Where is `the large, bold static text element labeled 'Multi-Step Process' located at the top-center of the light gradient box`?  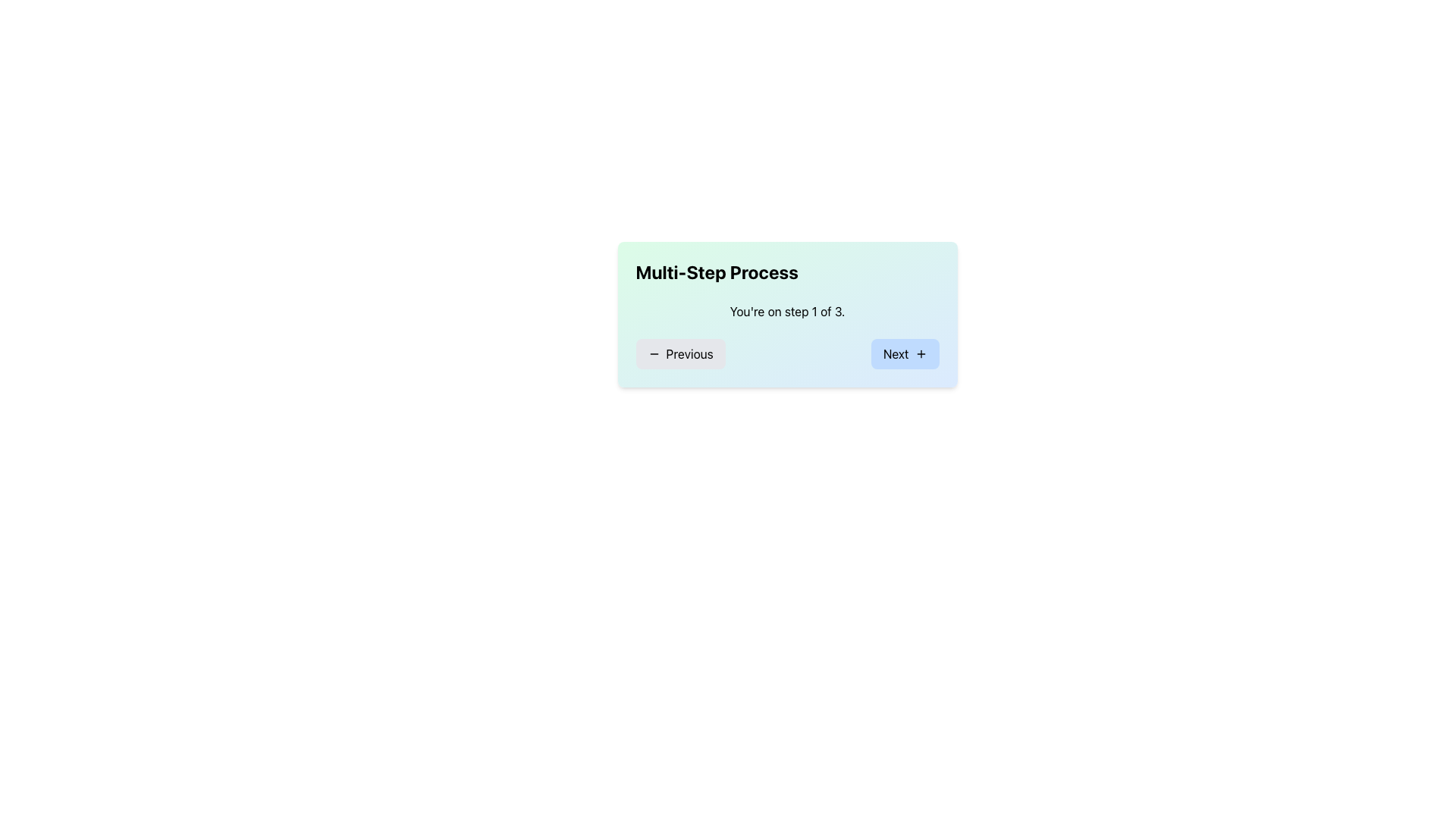 the large, bold static text element labeled 'Multi-Step Process' located at the top-center of the light gradient box is located at coordinates (716, 271).